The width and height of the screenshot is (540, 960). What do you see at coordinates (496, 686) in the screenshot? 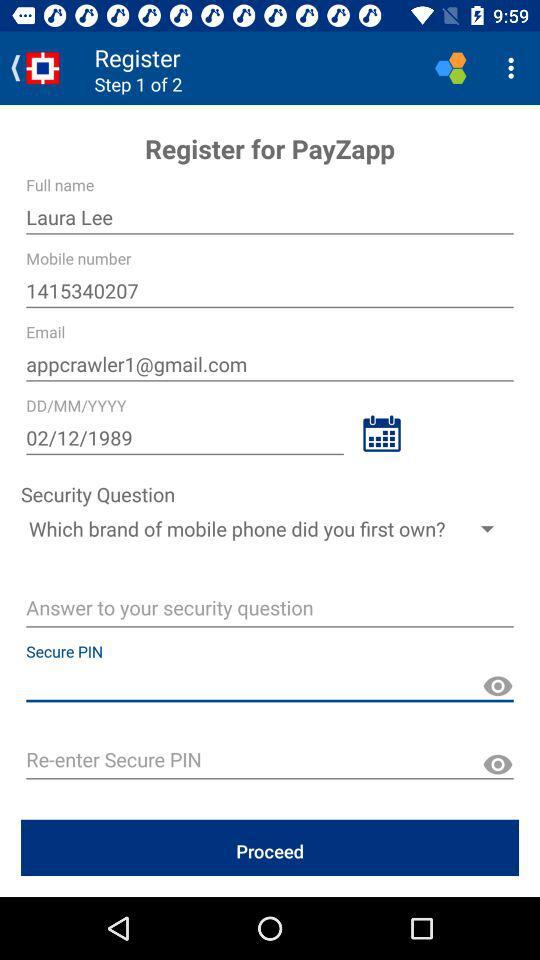
I see `the eye symbol where it says secure pin has to be entered` at bounding box center [496, 686].